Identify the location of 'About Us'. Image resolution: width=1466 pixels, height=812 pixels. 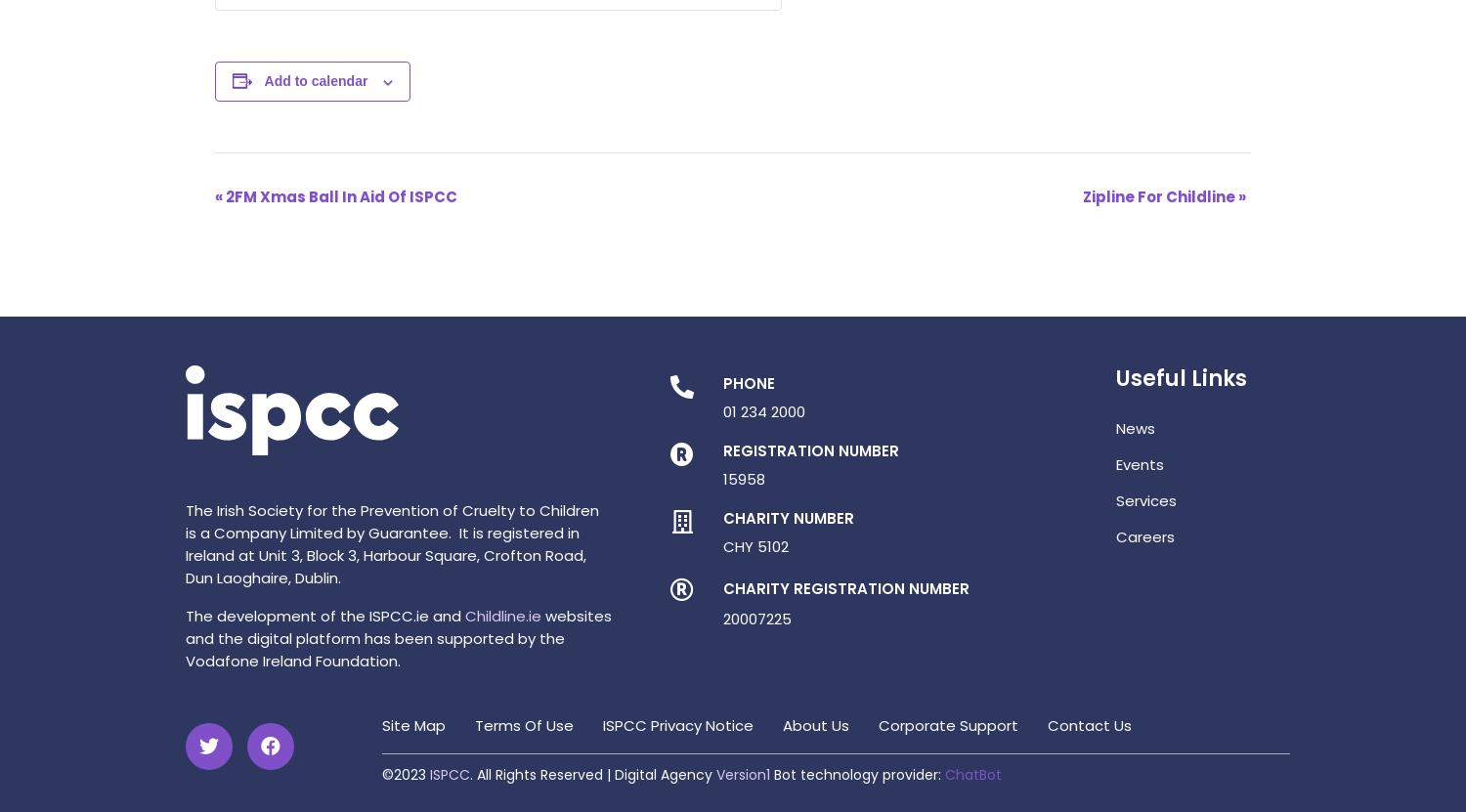
(815, 725).